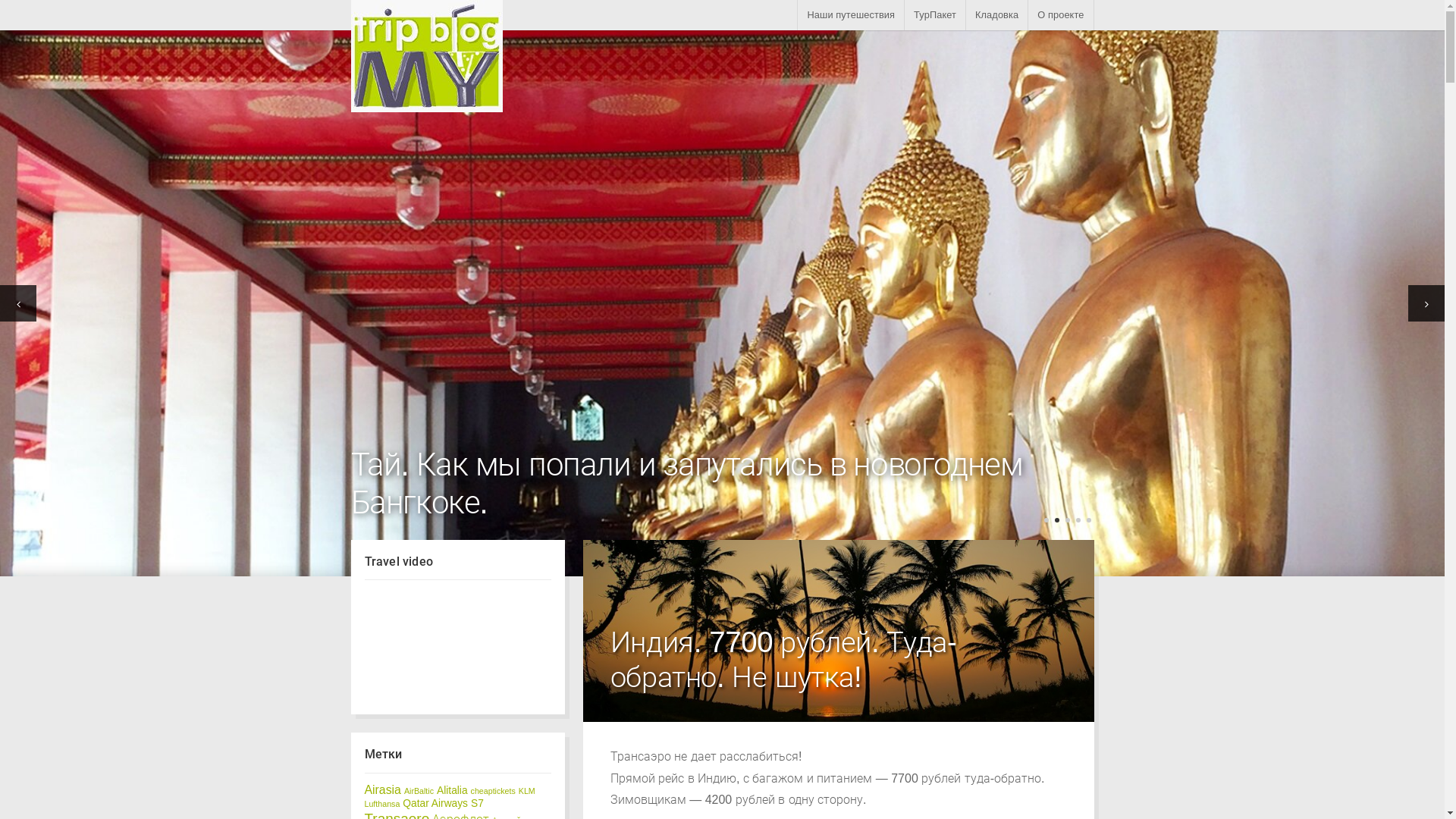  Describe the element at coordinates (381, 803) in the screenshot. I see `'Lufthansa'` at that location.